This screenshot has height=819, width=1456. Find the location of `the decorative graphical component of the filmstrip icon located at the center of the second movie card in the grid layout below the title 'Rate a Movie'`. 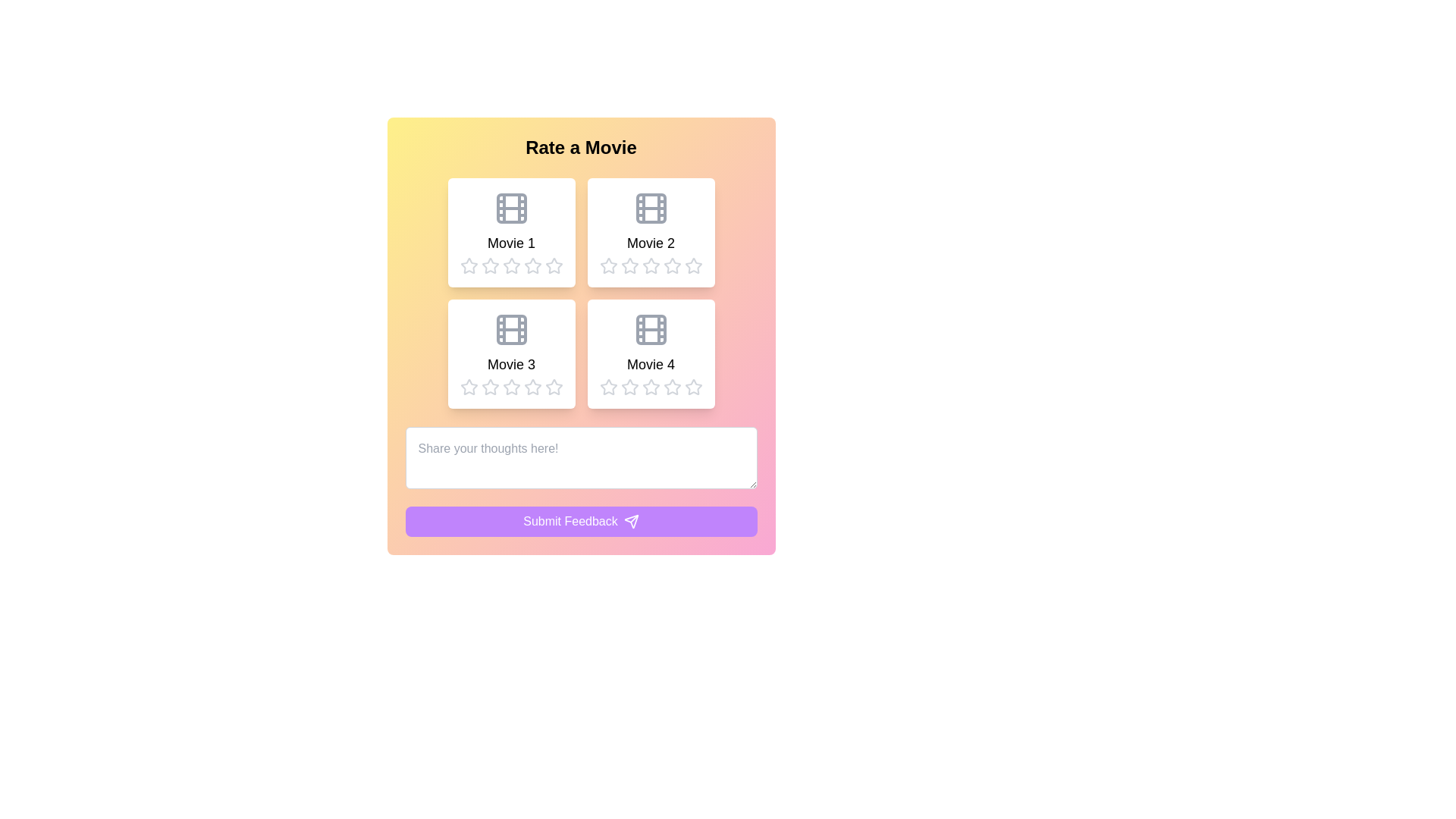

the decorative graphical component of the filmstrip icon located at the center of the second movie card in the grid layout below the title 'Rate a Movie' is located at coordinates (651, 208).